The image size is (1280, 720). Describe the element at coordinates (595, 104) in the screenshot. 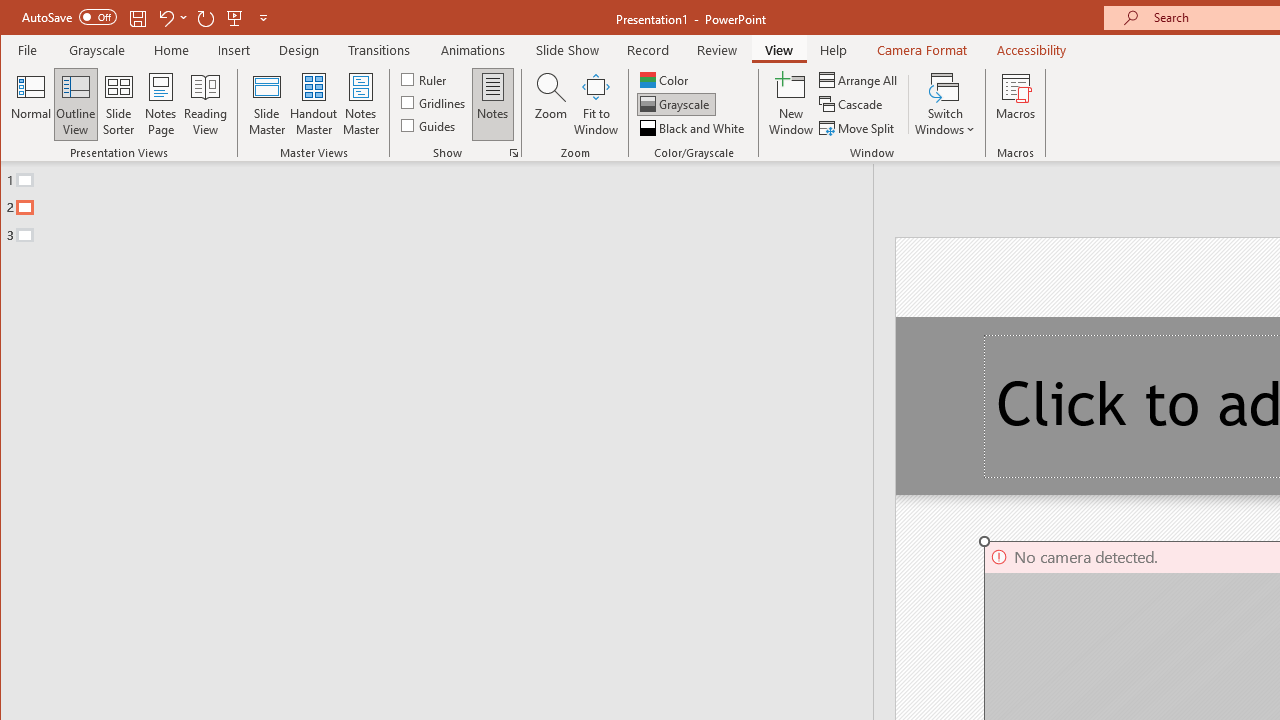

I see `'Fit to Window'` at that location.